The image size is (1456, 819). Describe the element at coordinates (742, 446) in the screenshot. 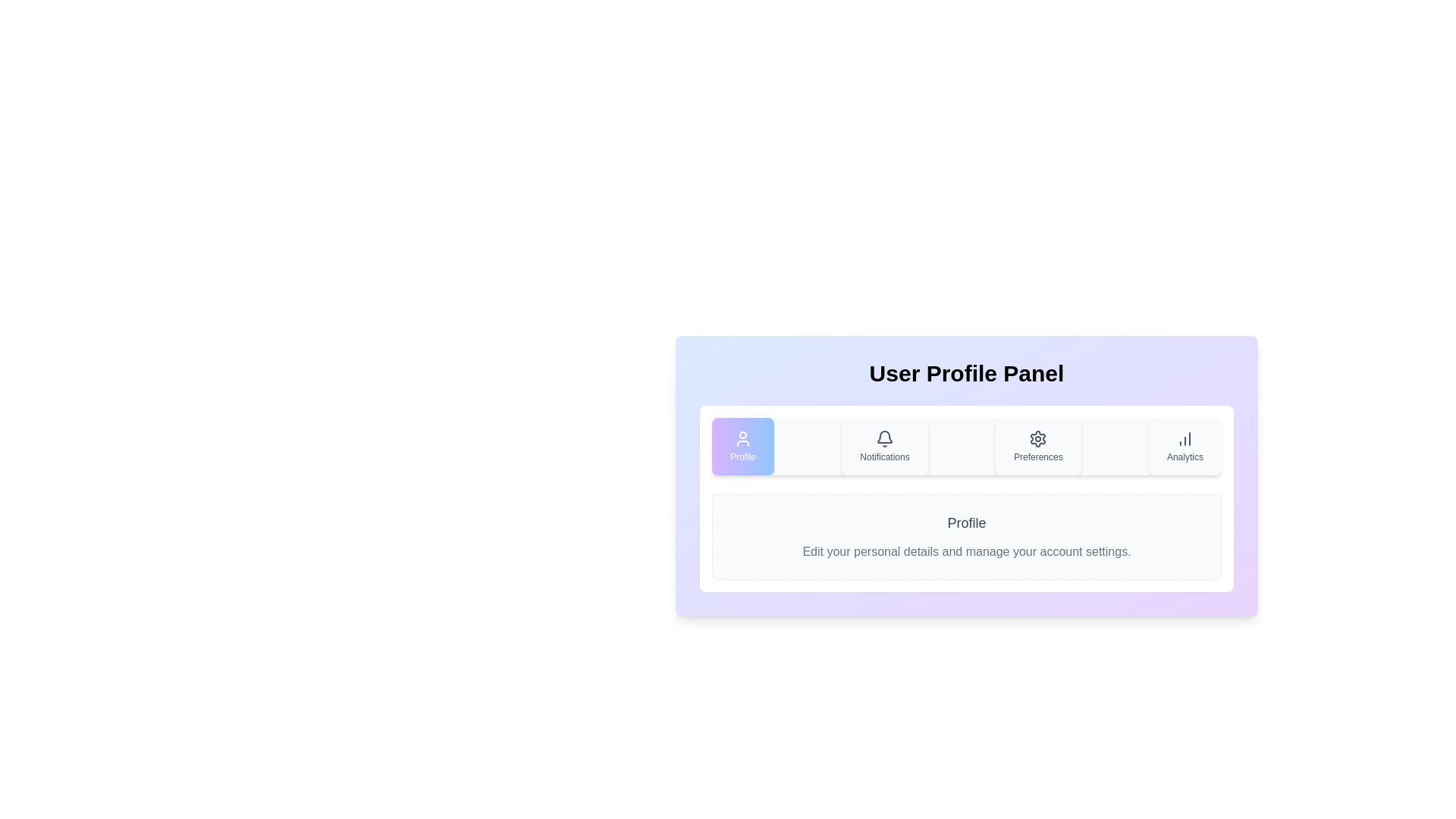

I see `the tab labeled Profile to preview its interactive effect` at that location.